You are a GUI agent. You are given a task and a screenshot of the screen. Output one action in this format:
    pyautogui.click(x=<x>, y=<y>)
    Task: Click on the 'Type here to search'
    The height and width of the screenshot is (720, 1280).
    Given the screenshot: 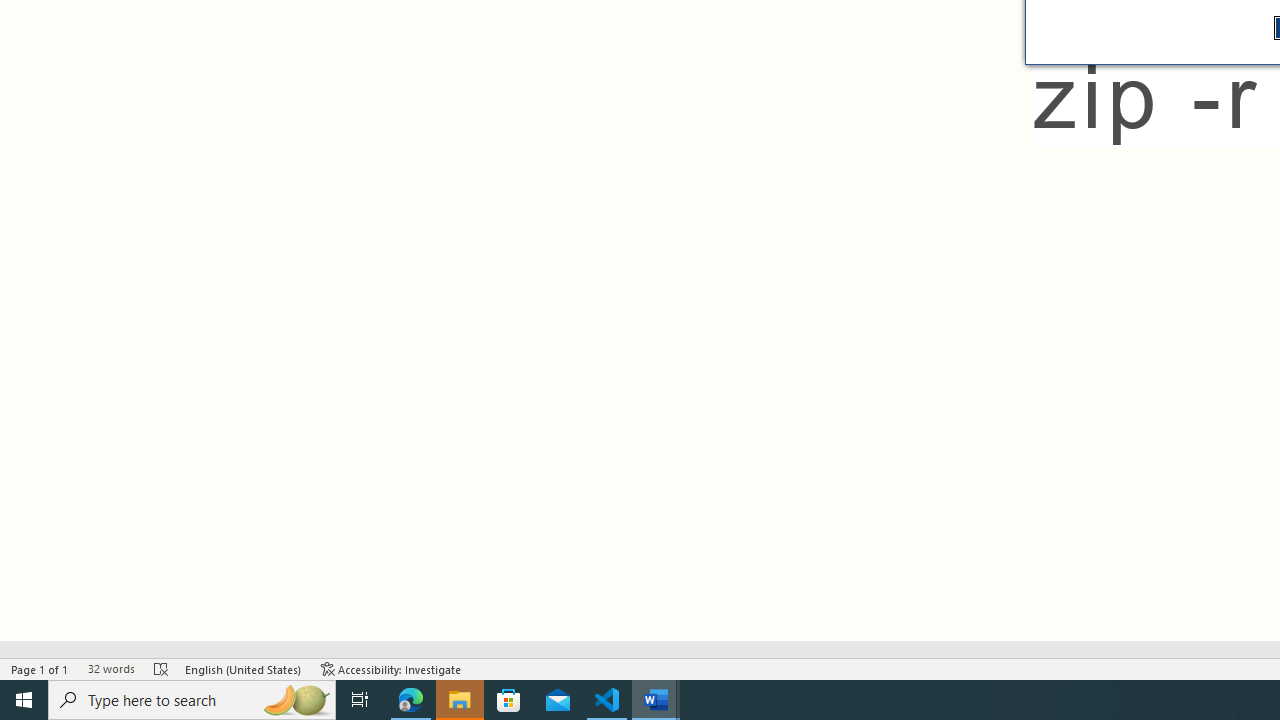 What is the action you would take?
    pyautogui.click(x=192, y=698)
    